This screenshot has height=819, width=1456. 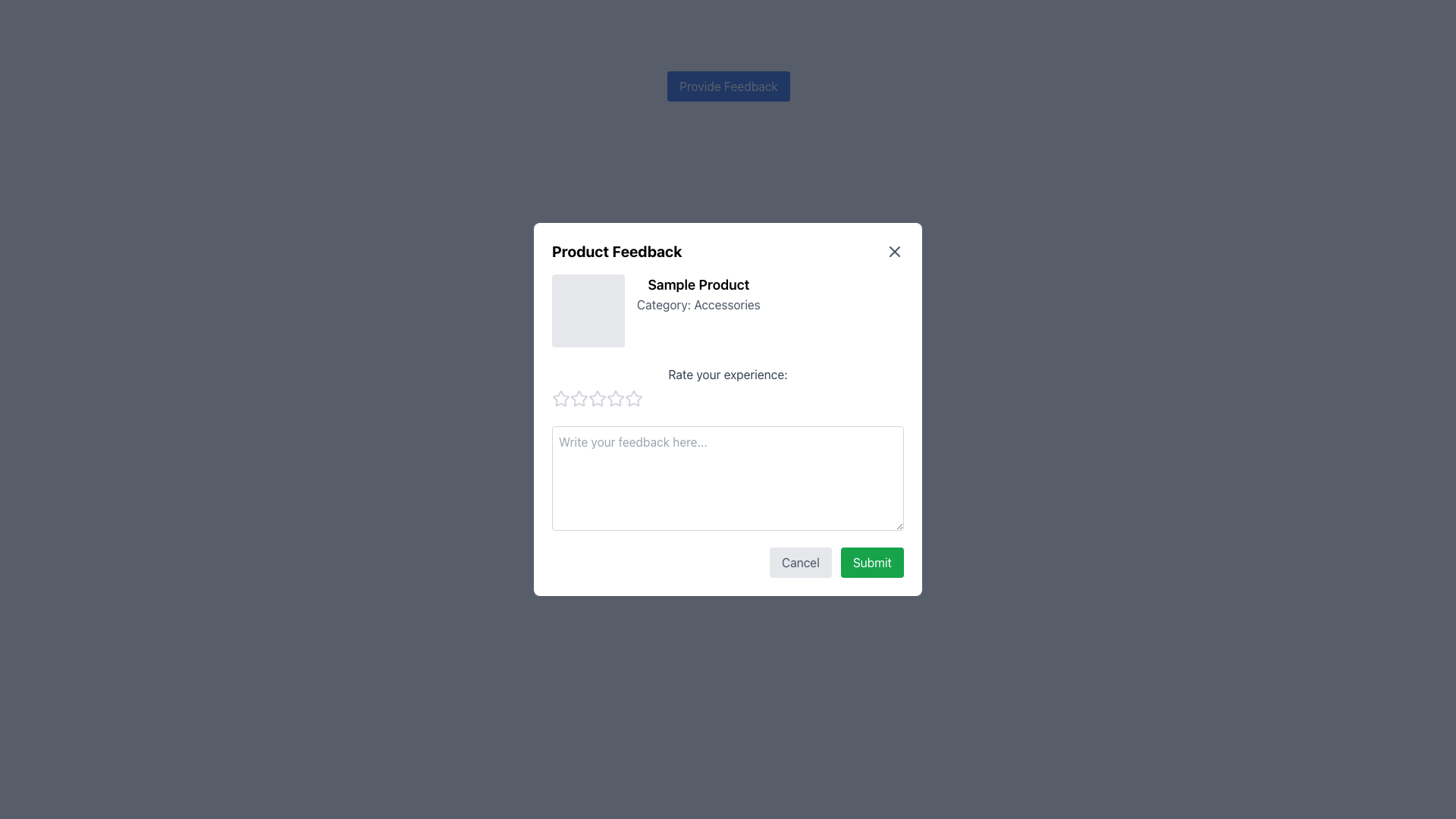 I want to click on the first star in the interactive rating star icon sequence, so click(x=578, y=397).